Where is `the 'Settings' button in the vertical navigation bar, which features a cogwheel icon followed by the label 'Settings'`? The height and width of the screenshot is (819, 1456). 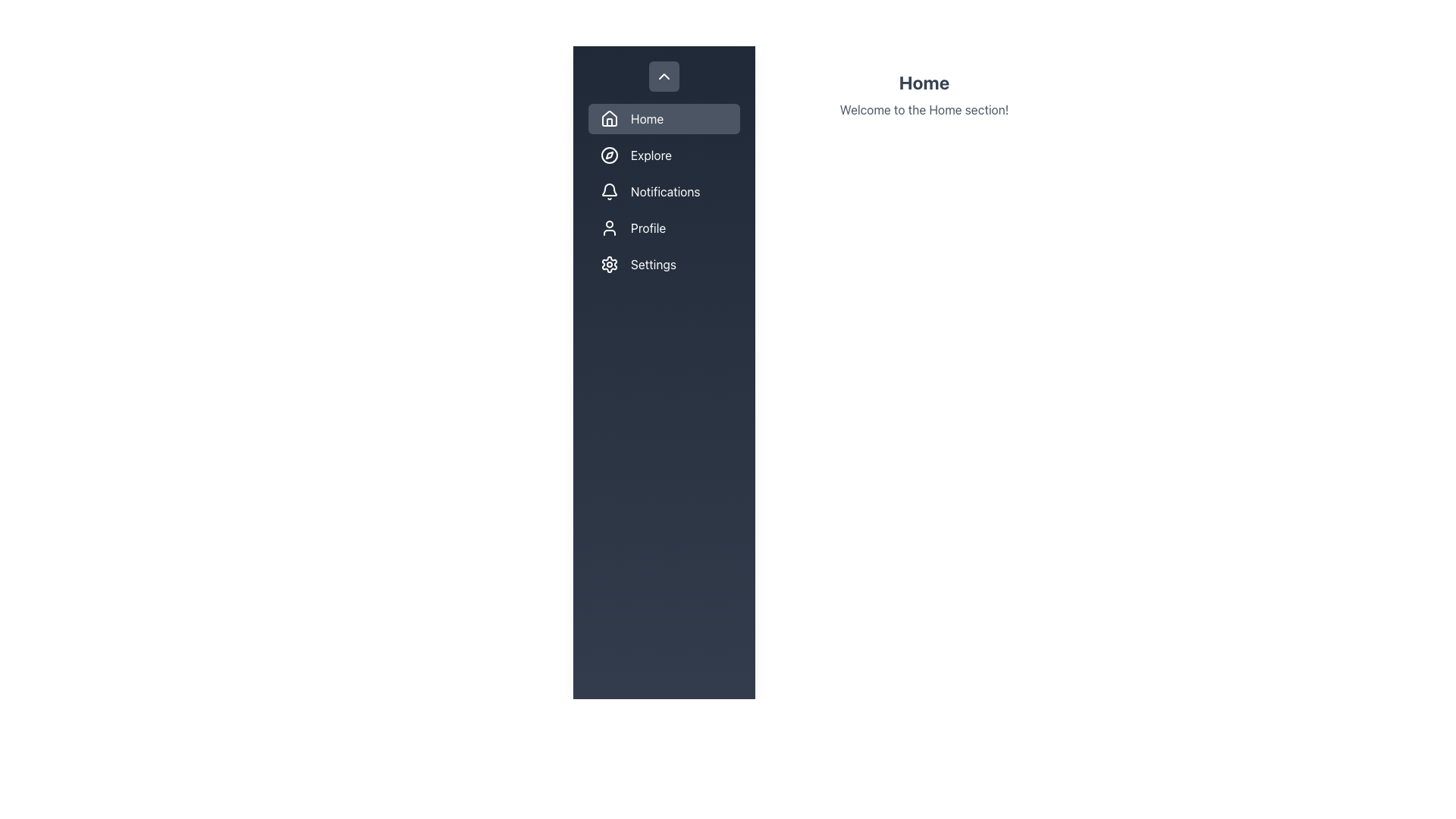
the 'Settings' button in the vertical navigation bar, which features a cogwheel icon followed by the label 'Settings' is located at coordinates (664, 263).